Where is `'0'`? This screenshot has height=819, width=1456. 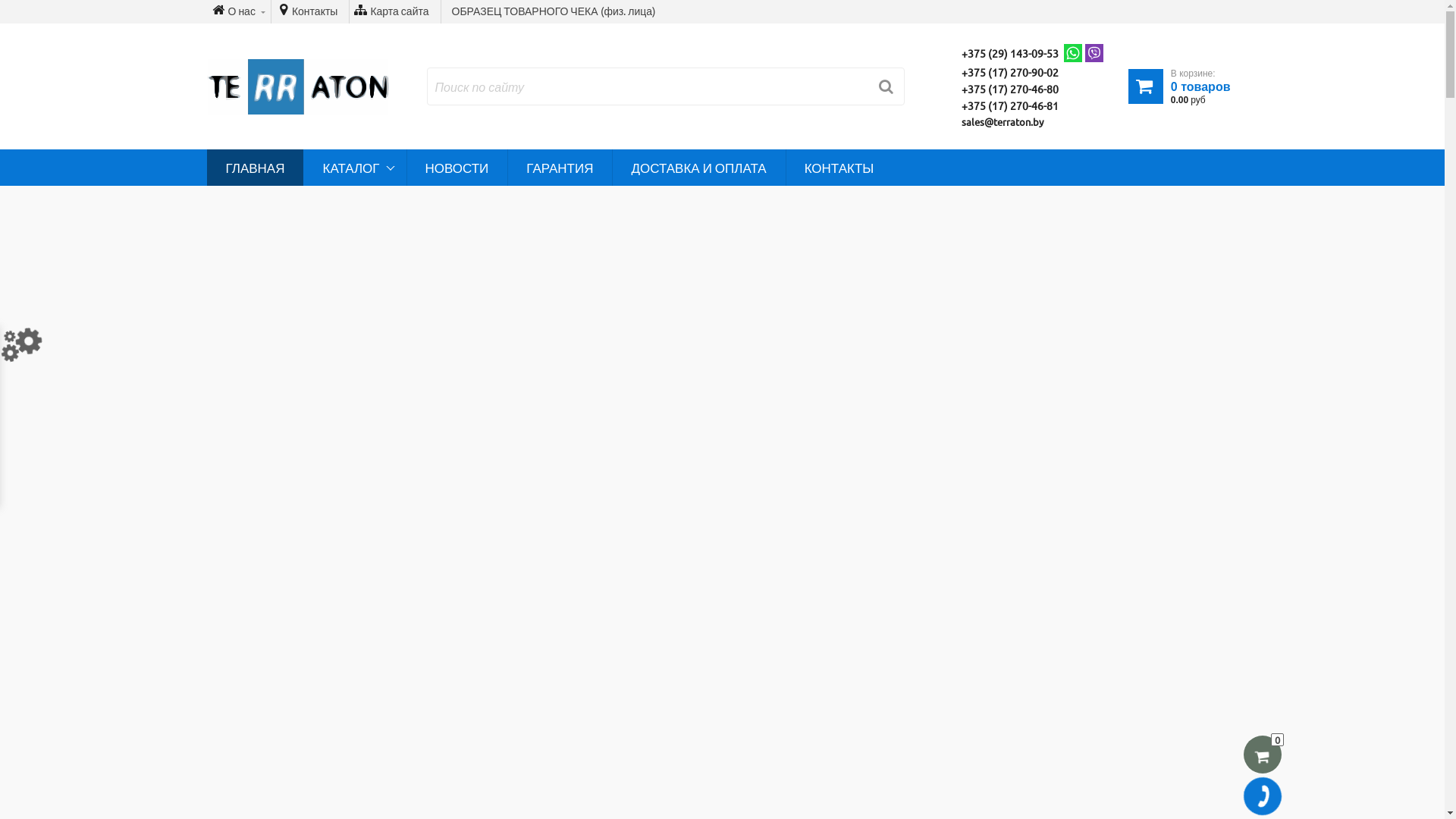
'0' is located at coordinates (1263, 755).